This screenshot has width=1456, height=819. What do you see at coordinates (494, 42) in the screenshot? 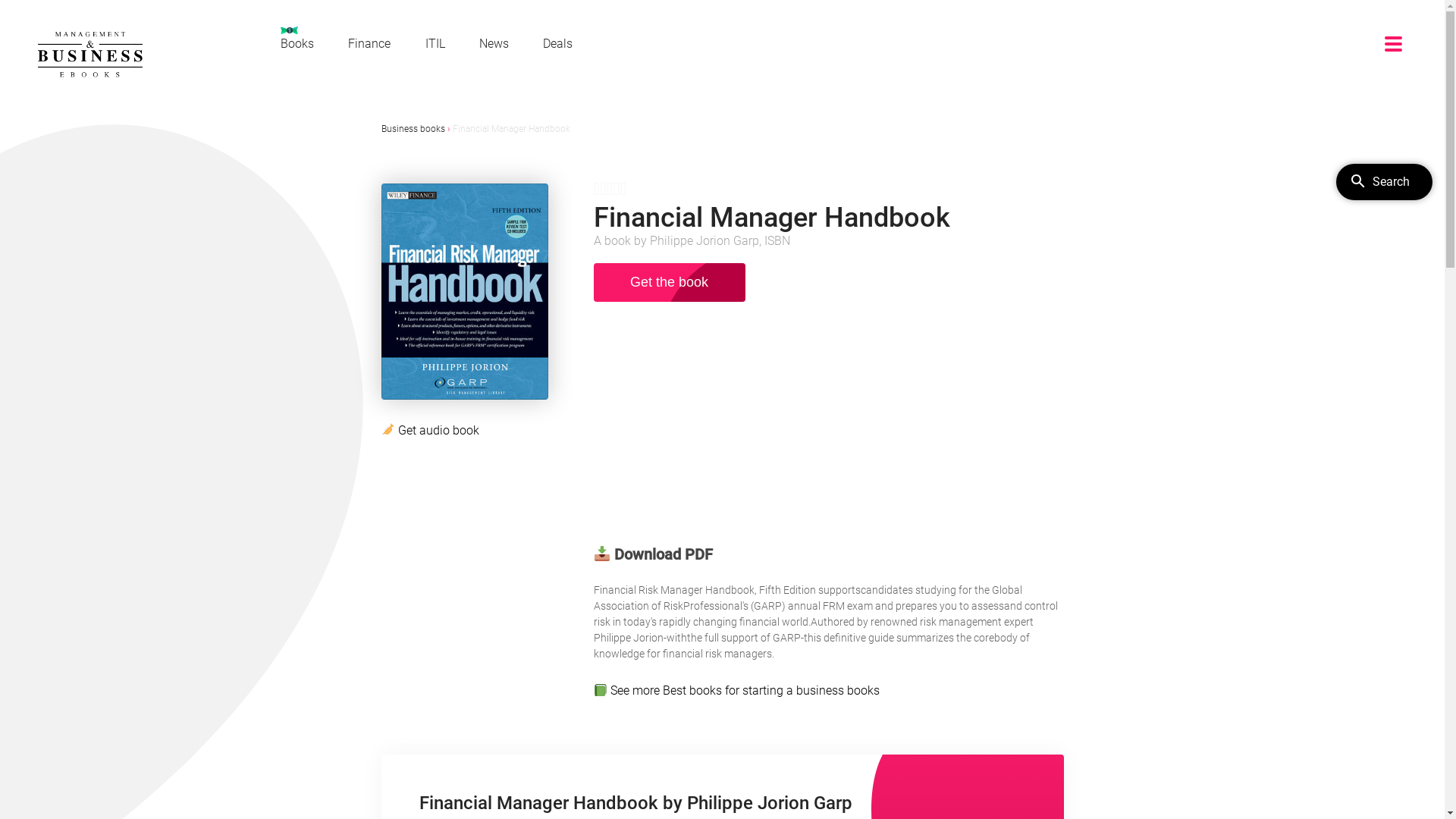
I see `'News'` at bounding box center [494, 42].